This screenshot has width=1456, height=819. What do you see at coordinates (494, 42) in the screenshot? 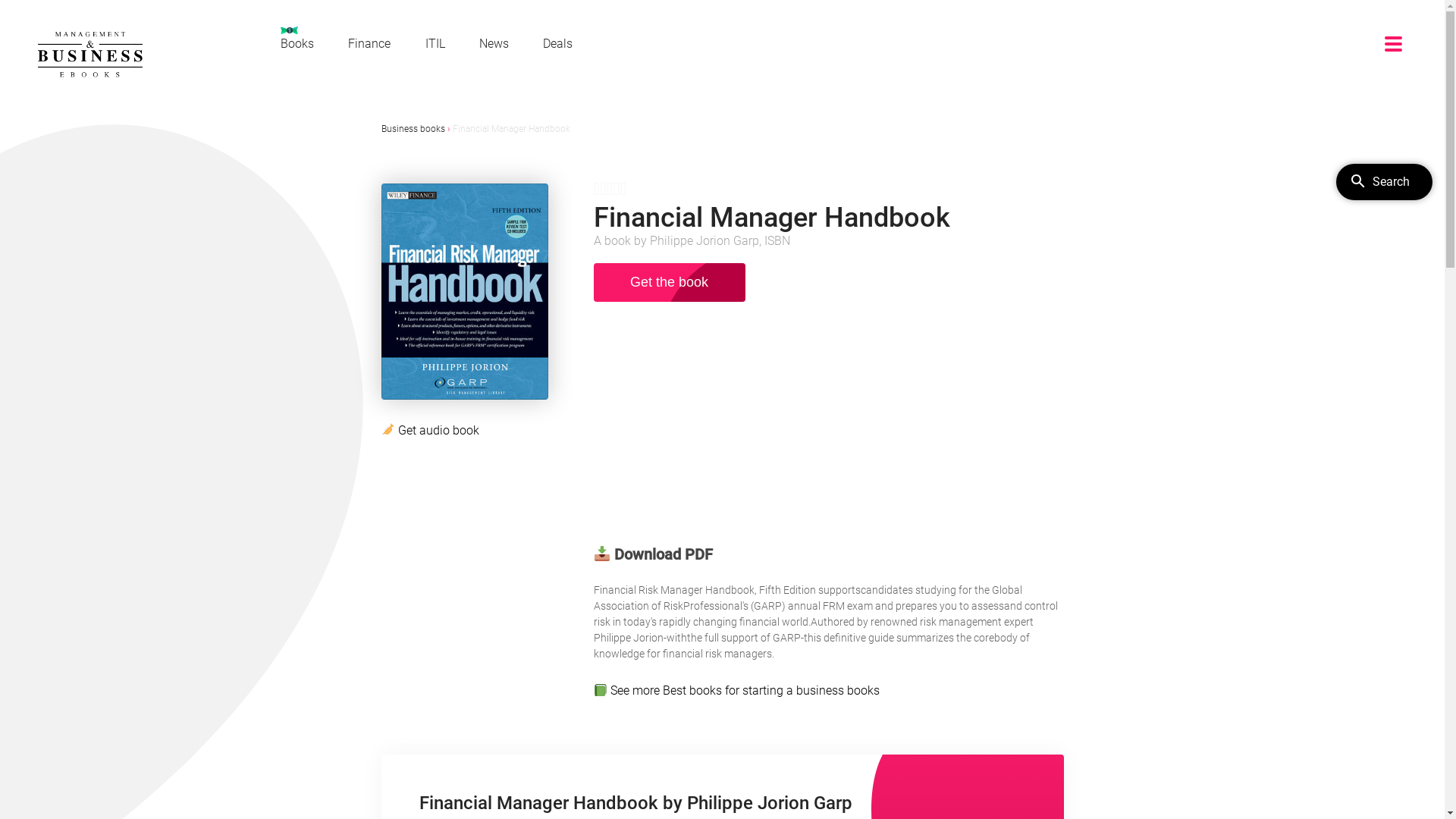
I see `'News'` at bounding box center [494, 42].